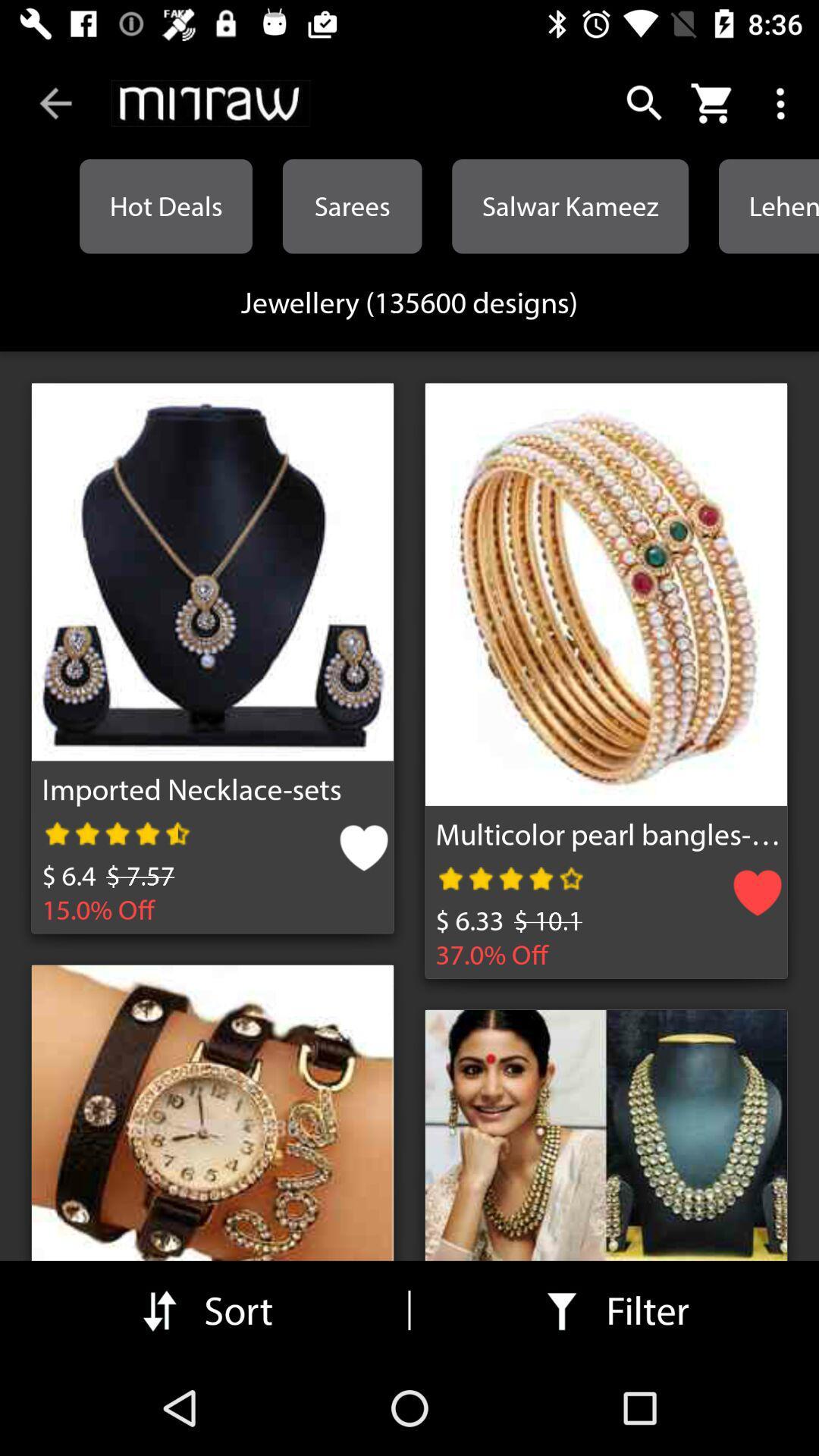  What do you see at coordinates (758, 898) in the screenshot?
I see `red heart icon` at bounding box center [758, 898].